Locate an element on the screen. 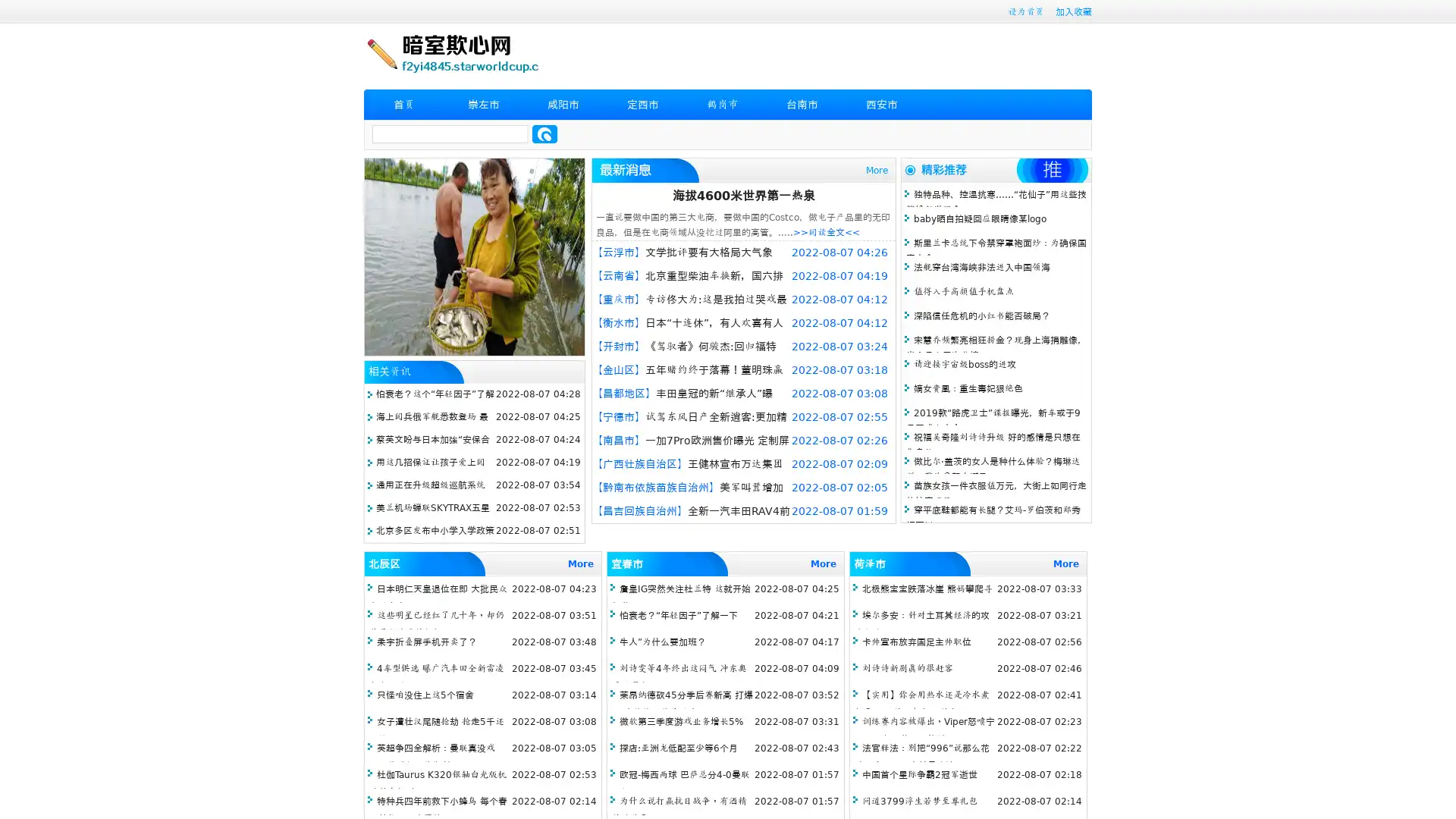  Search is located at coordinates (544, 133).